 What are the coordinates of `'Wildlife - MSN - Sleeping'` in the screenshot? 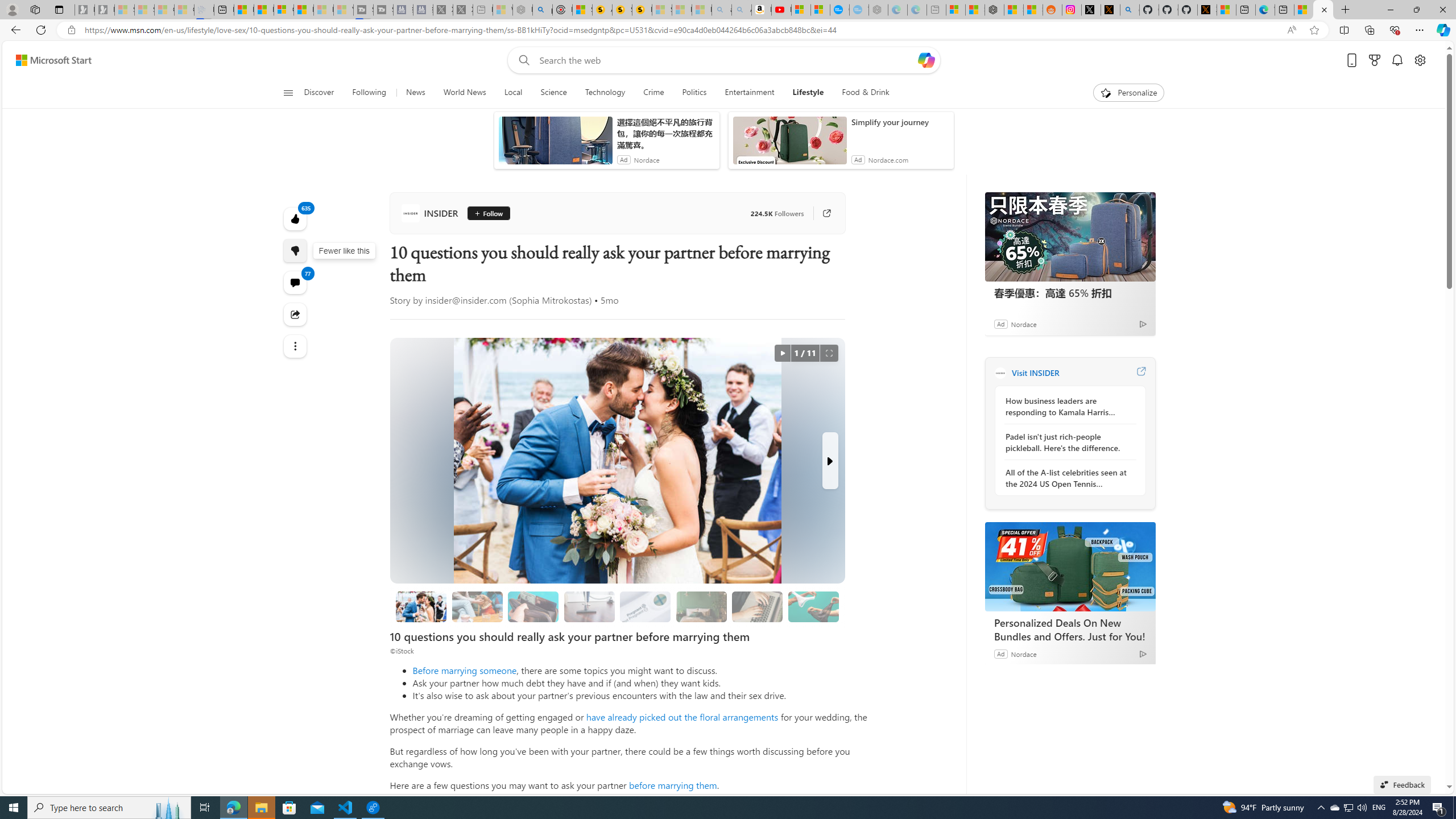 It's located at (502, 9).